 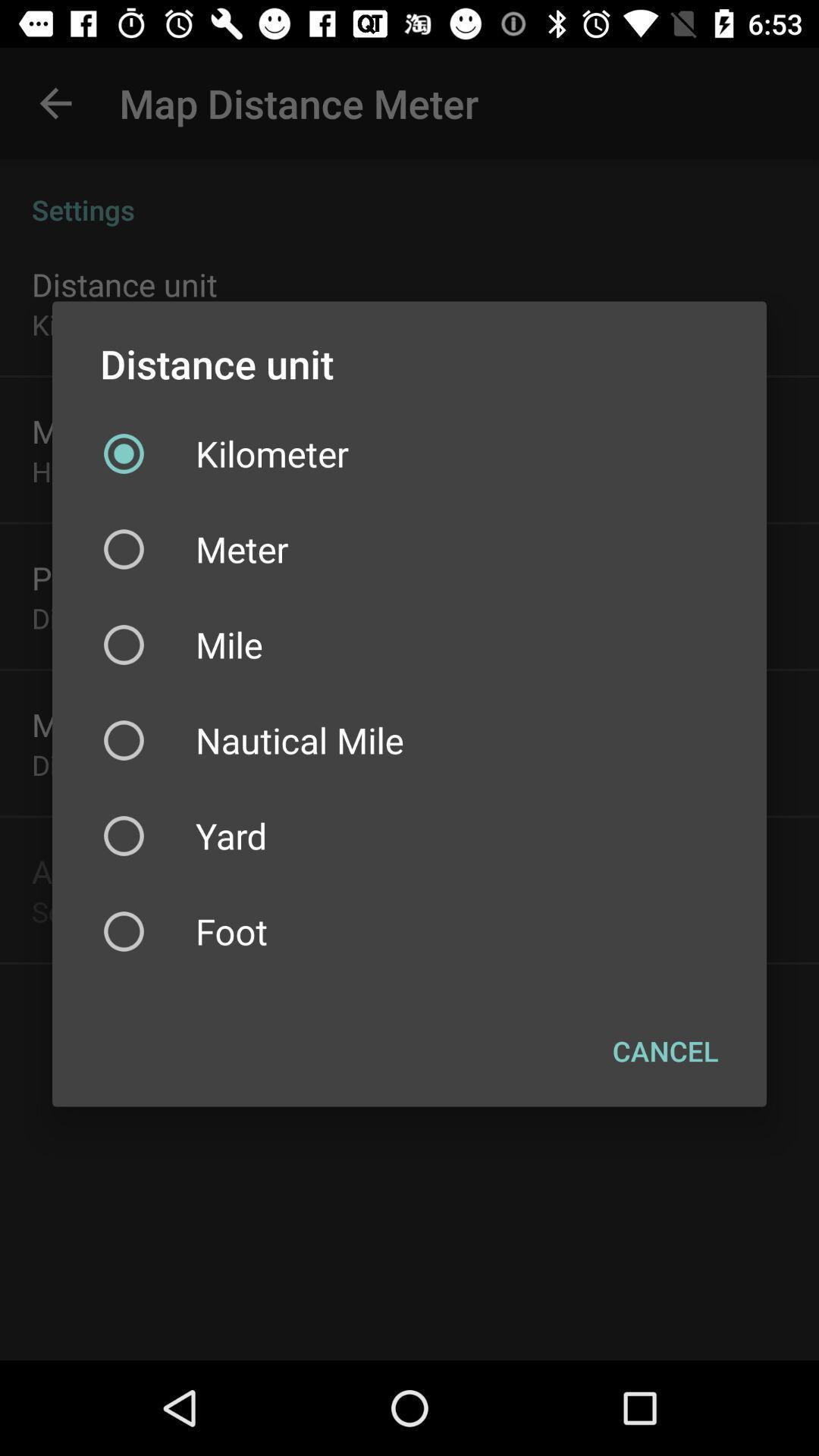 What do you see at coordinates (664, 1050) in the screenshot?
I see `cancel item` at bounding box center [664, 1050].